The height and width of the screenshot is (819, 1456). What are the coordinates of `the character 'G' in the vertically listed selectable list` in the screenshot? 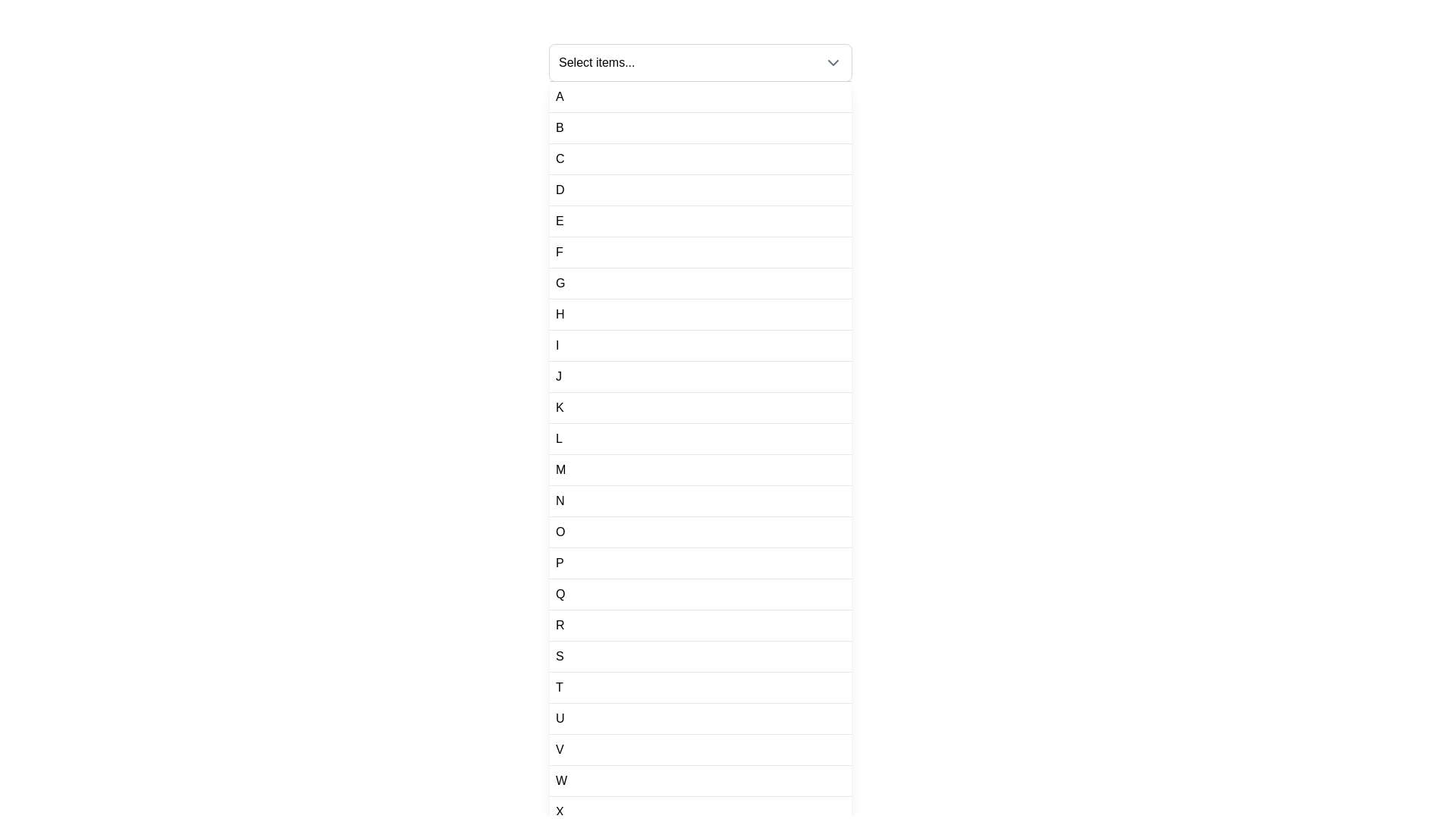 It's located at (560, 284).